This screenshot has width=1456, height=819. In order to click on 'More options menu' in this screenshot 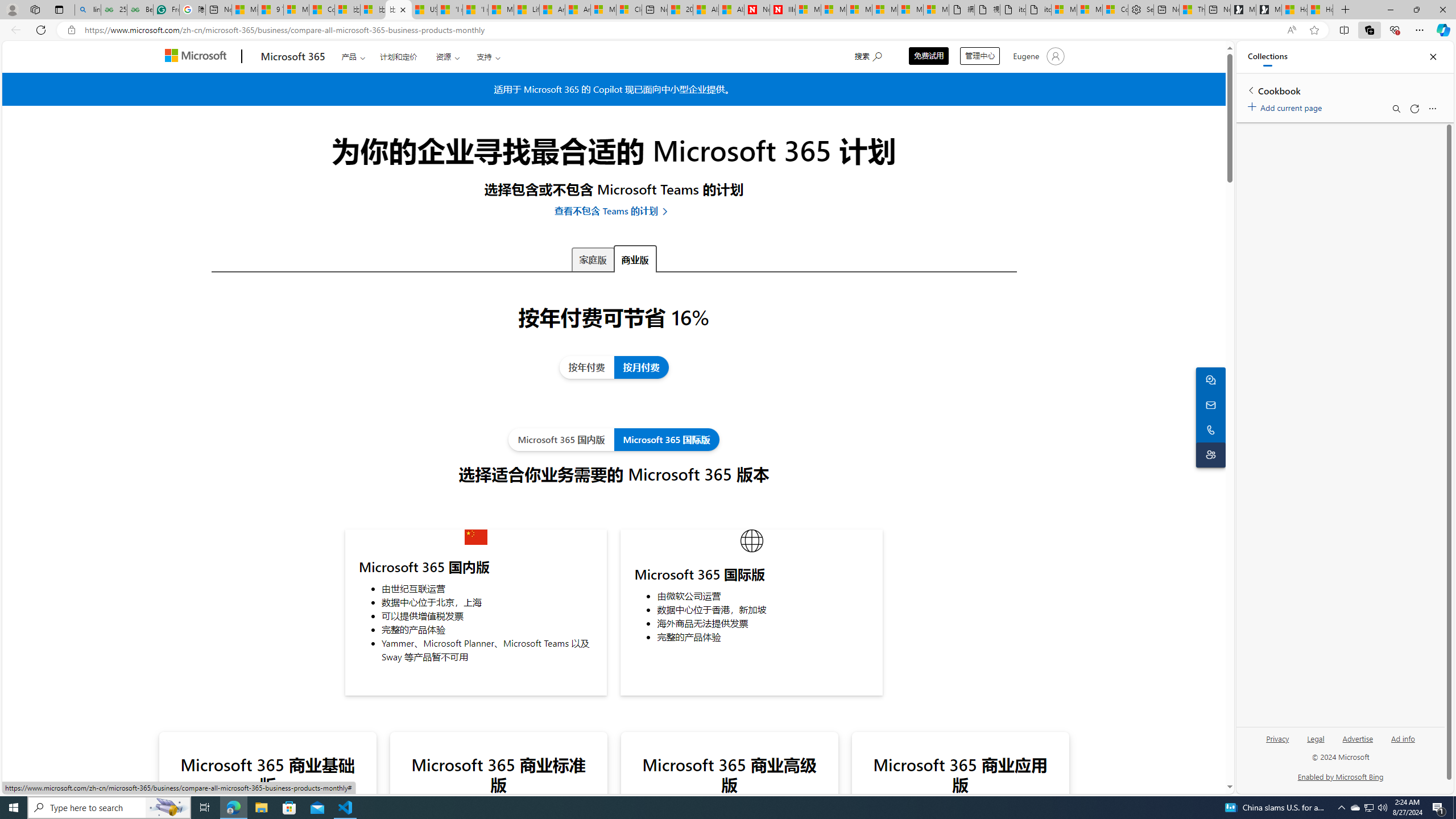, I will do `click(1433, 109)`.